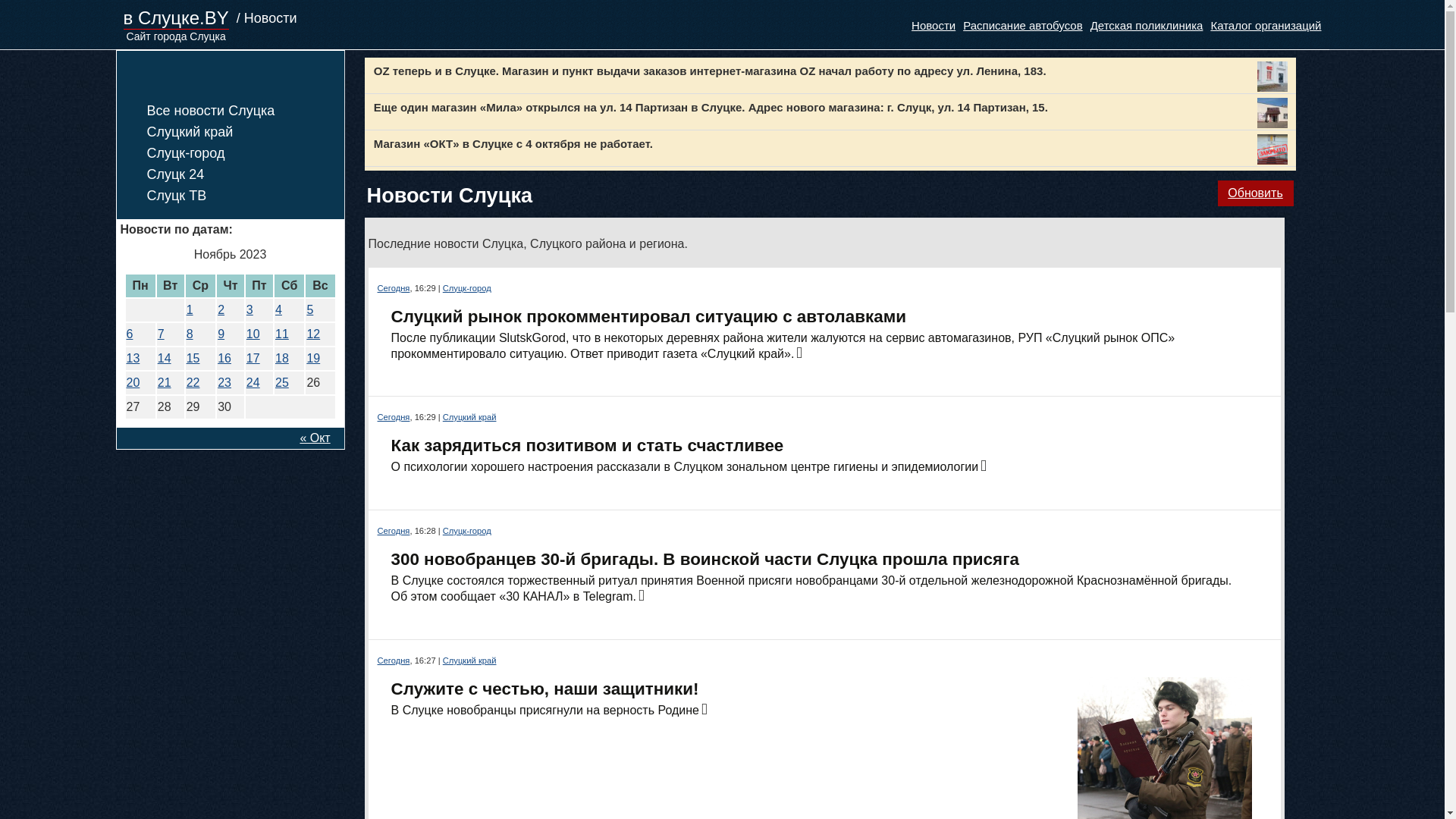 The height and width of the screenshot is (819, 1456). What do you see at coordinates (246, 358) in the screenshot?
I see `'17'` at bounding box center [246, 358].